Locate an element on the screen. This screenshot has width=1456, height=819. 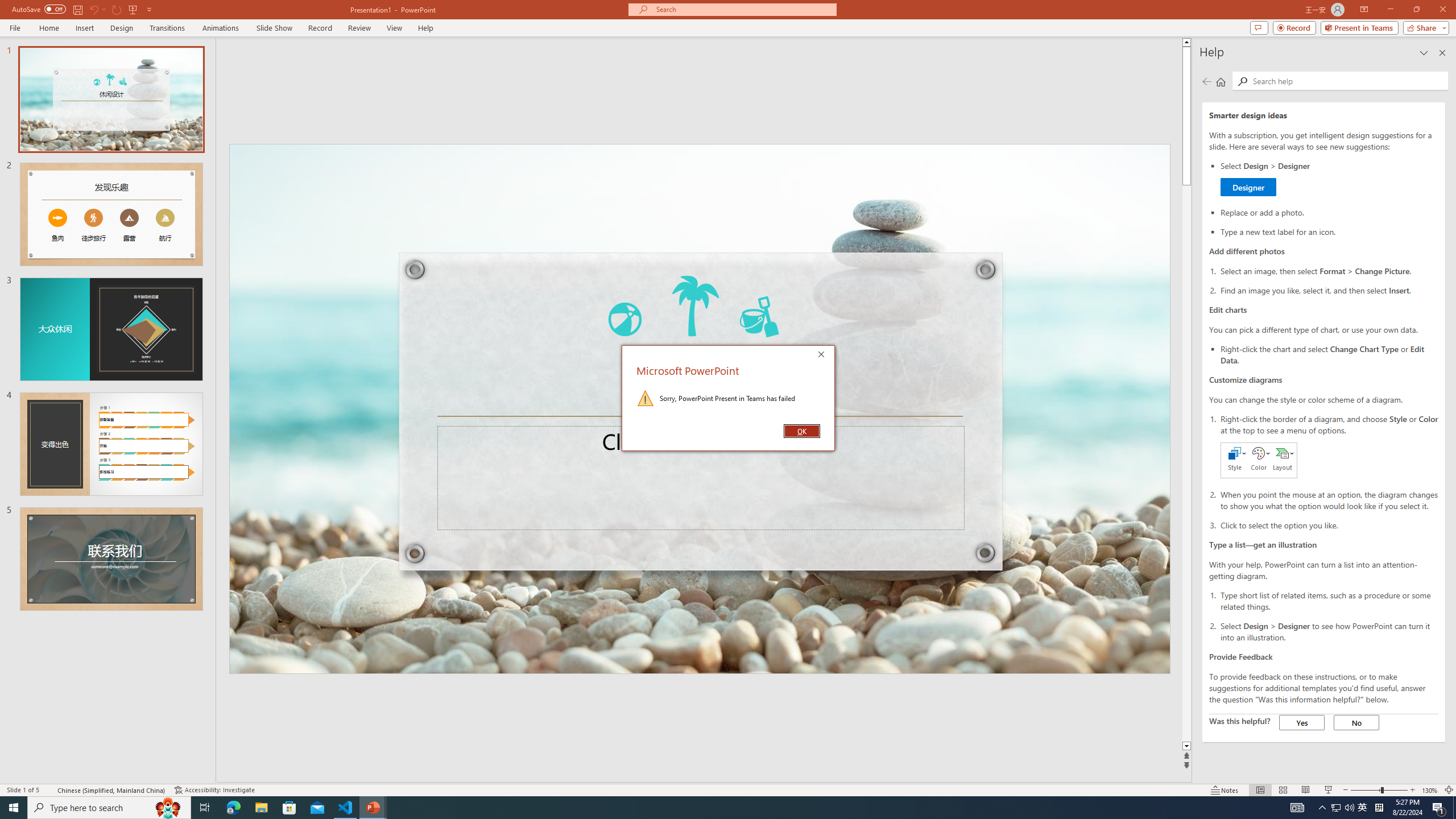
'Select an image, then select Format > Change Picture.' is located at coordinates (1329, 270).